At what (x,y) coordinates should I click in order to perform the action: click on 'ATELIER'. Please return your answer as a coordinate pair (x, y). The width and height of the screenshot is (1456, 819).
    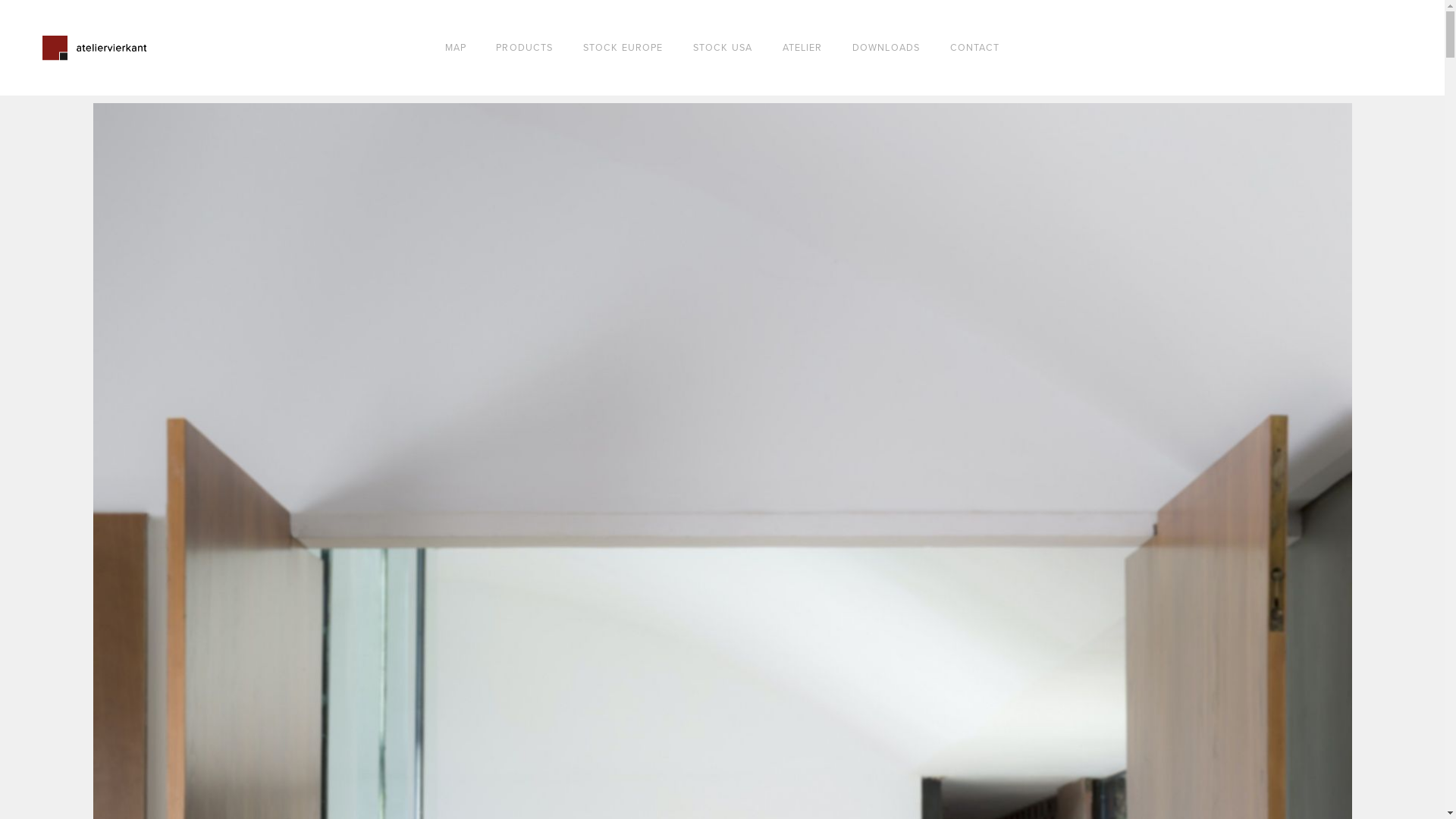
    Looking at the image, I should click on (802, 47).